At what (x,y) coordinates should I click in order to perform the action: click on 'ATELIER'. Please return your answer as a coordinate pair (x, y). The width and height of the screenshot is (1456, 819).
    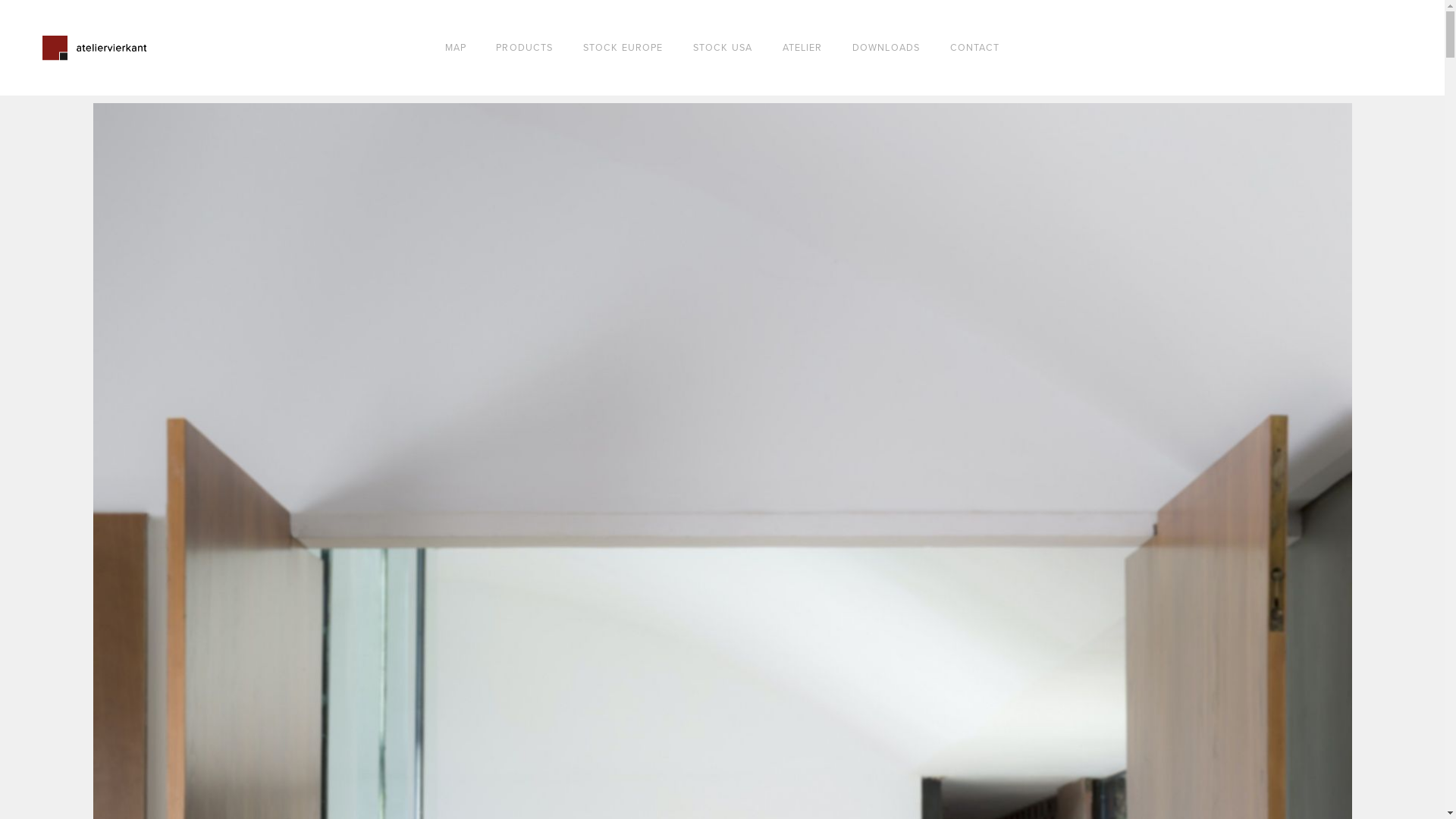
    Looking at the image, I should click on (802, 47).